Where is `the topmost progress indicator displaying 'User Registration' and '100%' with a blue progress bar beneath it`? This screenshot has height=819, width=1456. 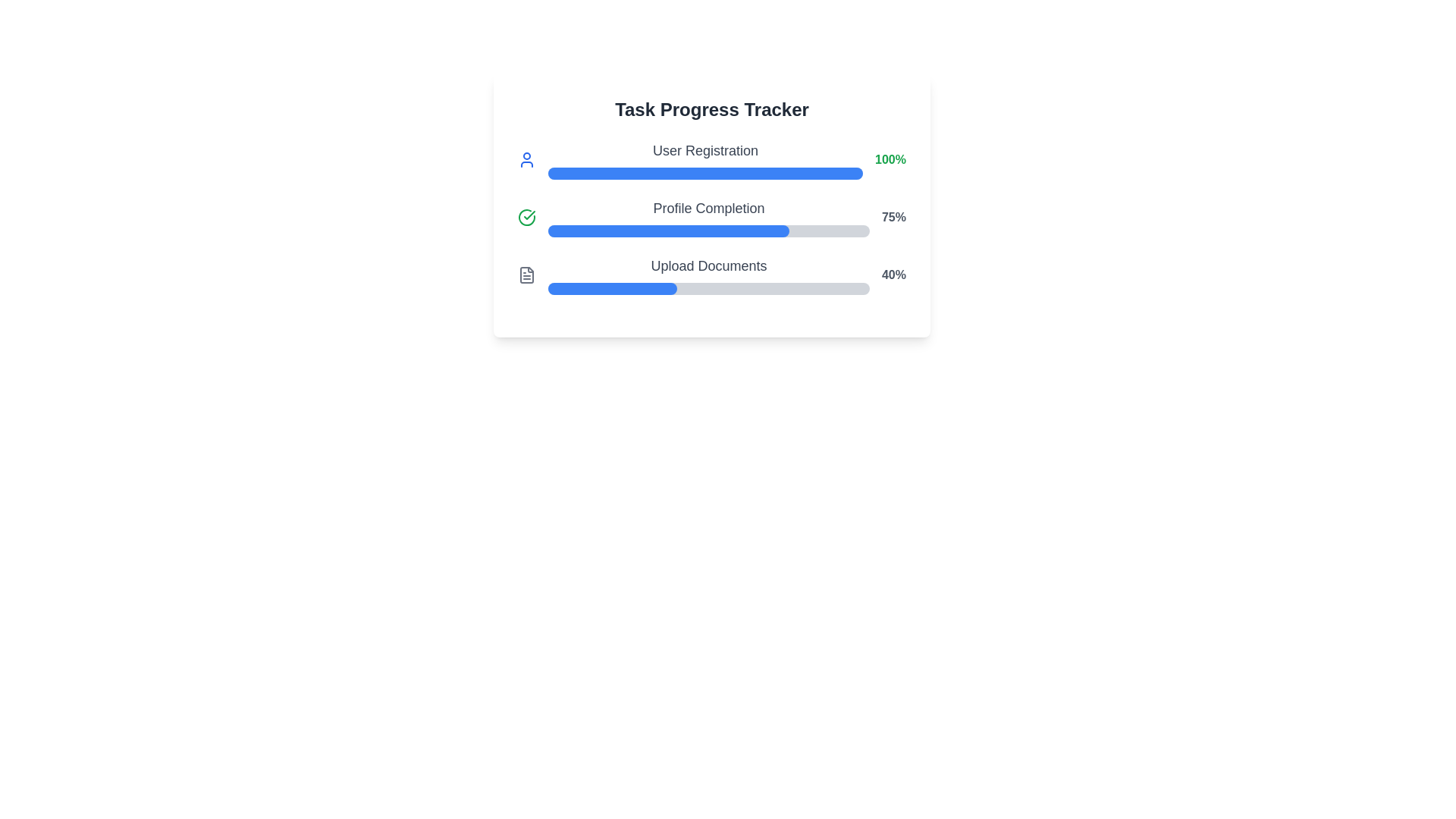 the topmost progress indicator displaying 'User Registration' and '100%' with a blue progress bar beneath it is located at coordinates (711, 160).